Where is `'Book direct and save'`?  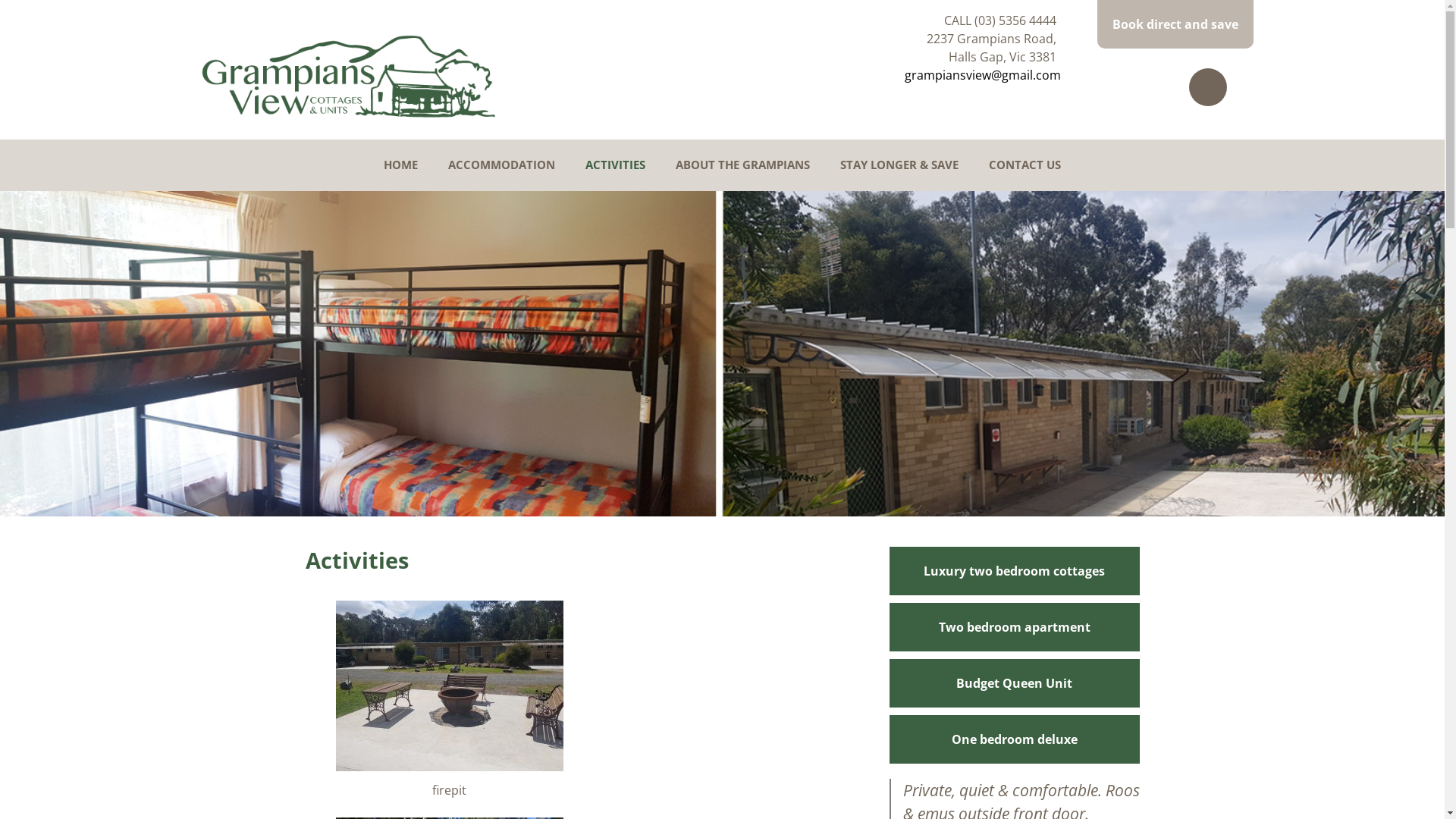 'Book direct and save' is located at coordinates (1174, 24).